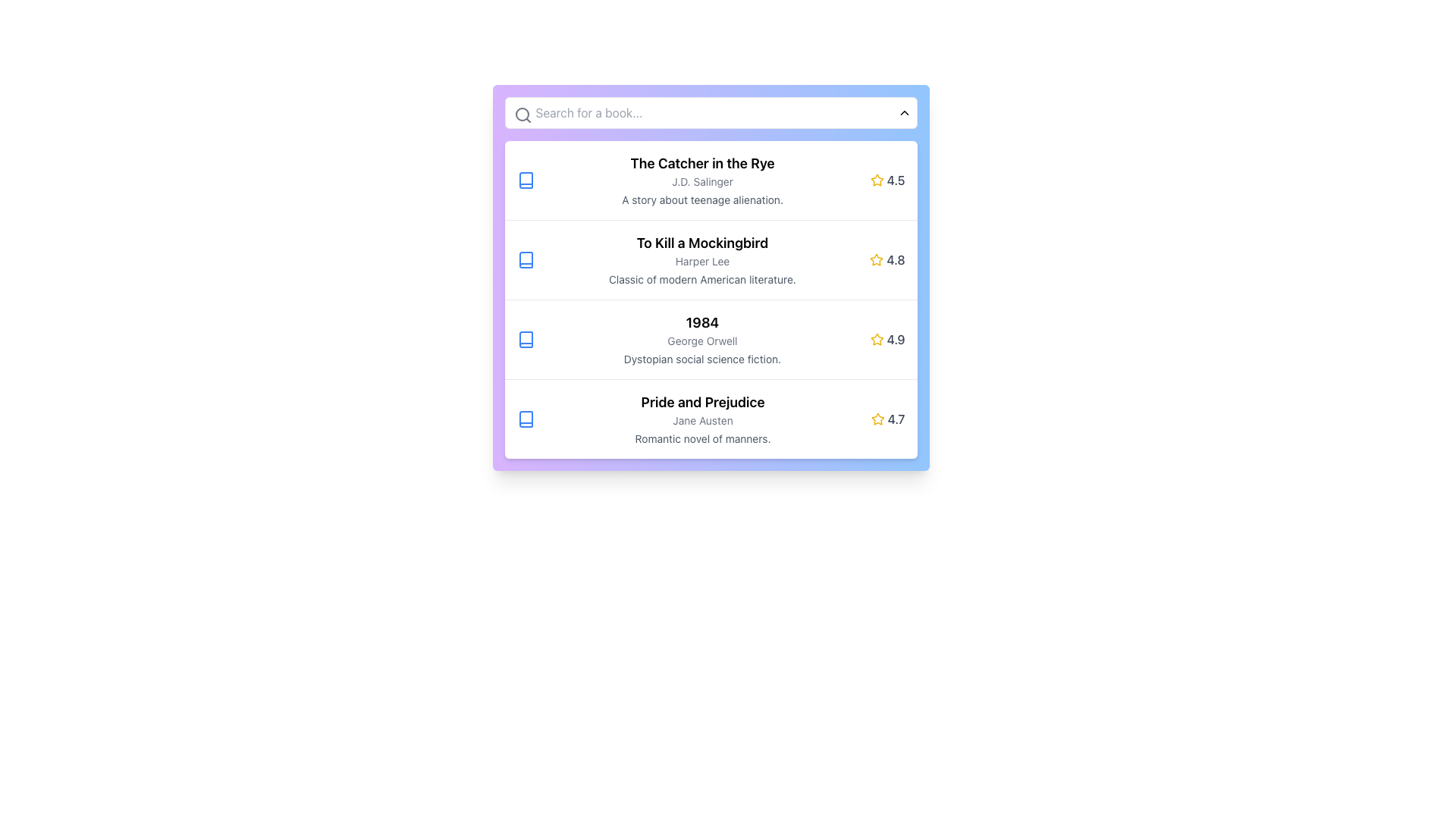 This screenshot has width=1456, height=819. Describe the element at coordinates (887, 180) in the screenshot. I see `the Rating Display element featuring a golden star icon and a numerical rating of '4.5' for 'The Catcher in the Rye' book list item` at that location.